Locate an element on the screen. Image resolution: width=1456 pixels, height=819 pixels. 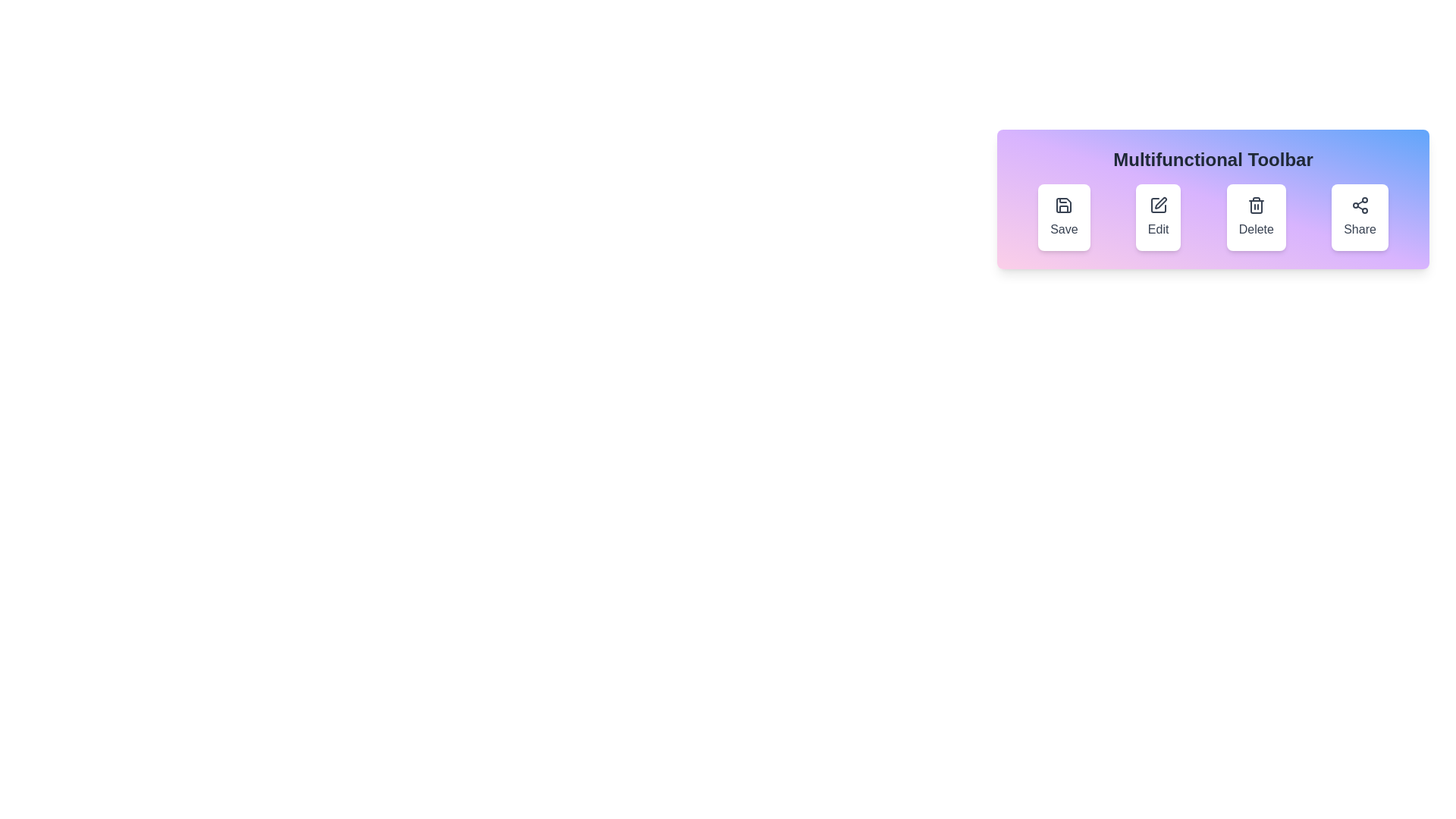
the Save icon located in the first button on the toolbar is located at coordinates (1063, 205).